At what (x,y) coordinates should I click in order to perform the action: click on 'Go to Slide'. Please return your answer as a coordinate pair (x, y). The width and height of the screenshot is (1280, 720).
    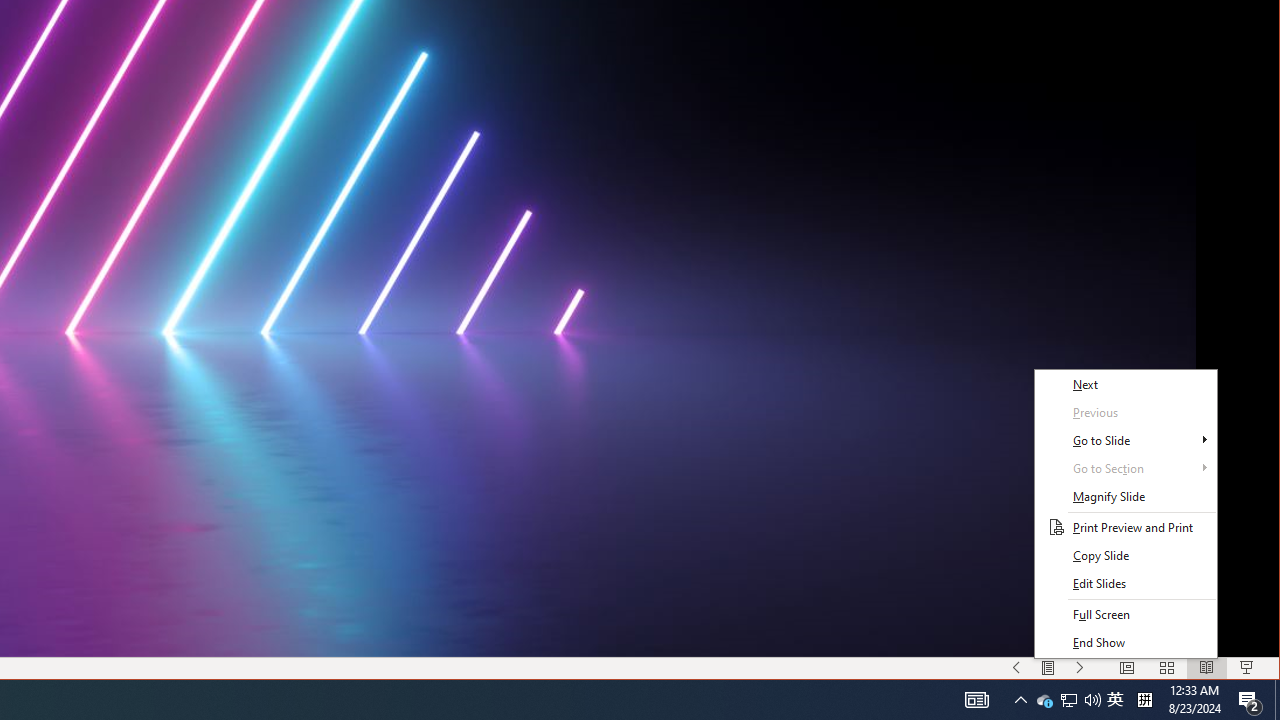
    Looking at the image, I should click on (1125, 440).